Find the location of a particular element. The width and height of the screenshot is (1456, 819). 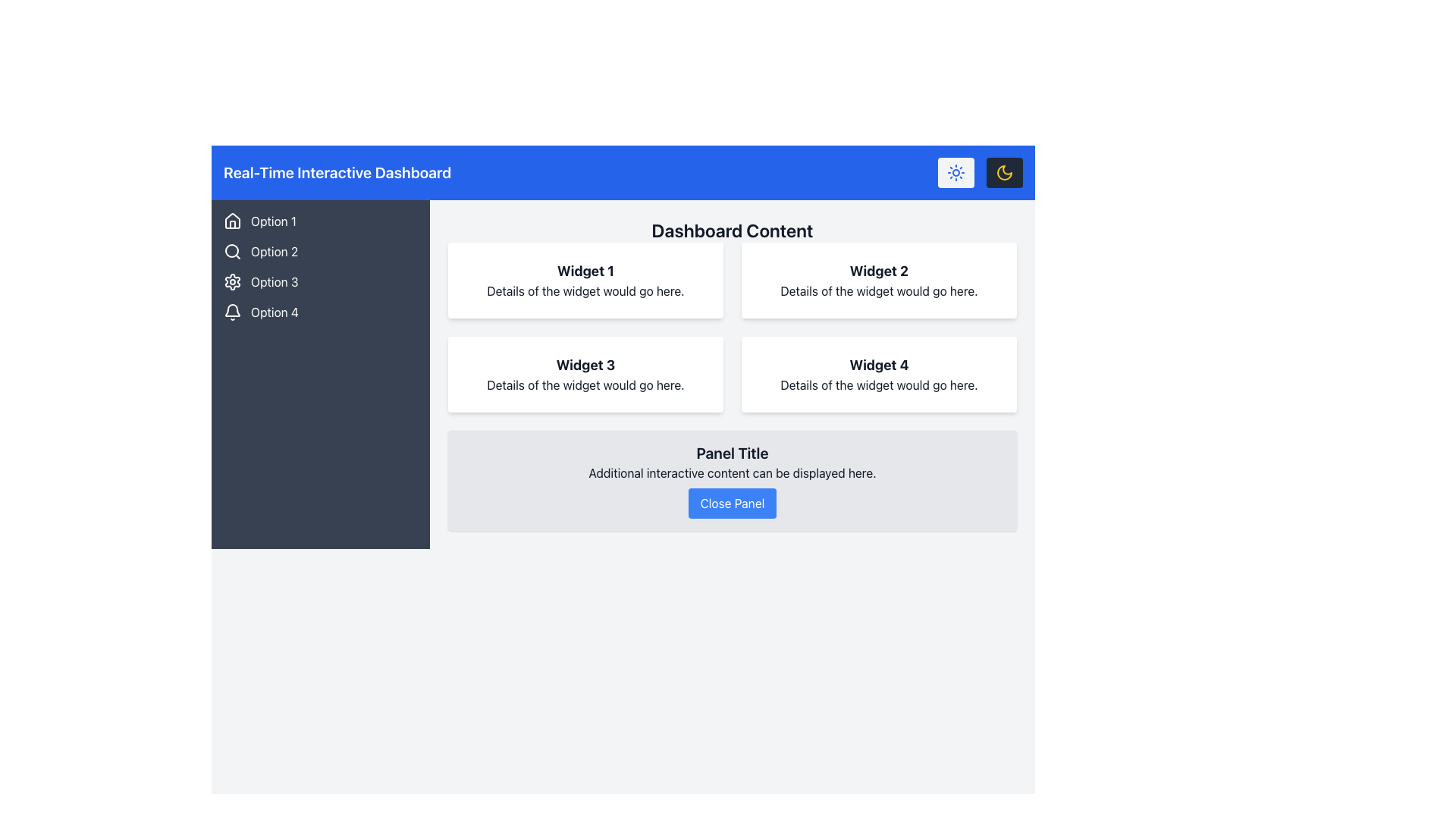

the Information card displaying 'Widget 4' with a white background and rounded corners located in the fourth position of the grid layout in the 'Dashboard Content' area is located at coordinates (879, 374).